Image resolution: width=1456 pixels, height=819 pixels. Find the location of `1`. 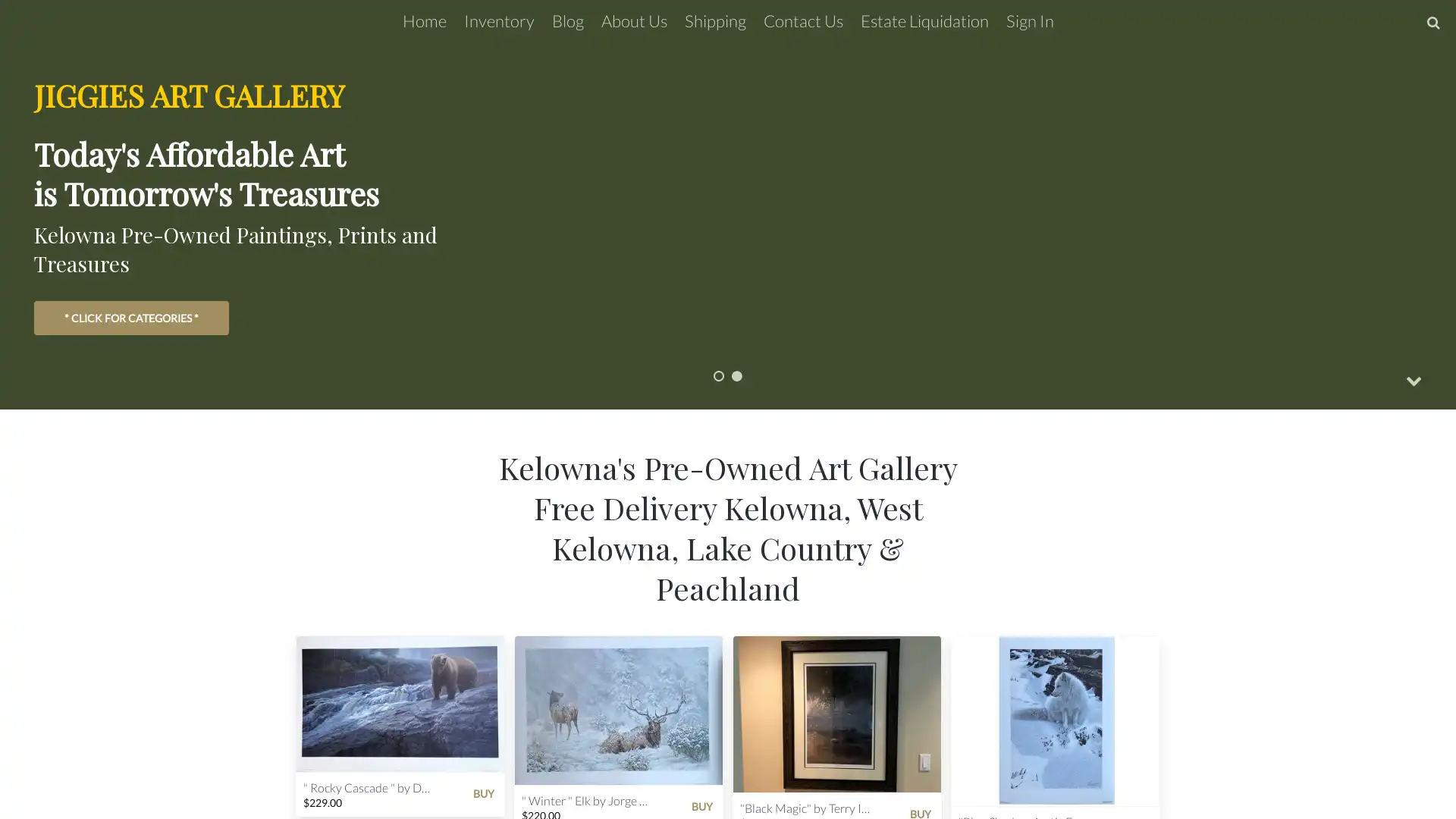

1 is located at coordinates (718, 375).